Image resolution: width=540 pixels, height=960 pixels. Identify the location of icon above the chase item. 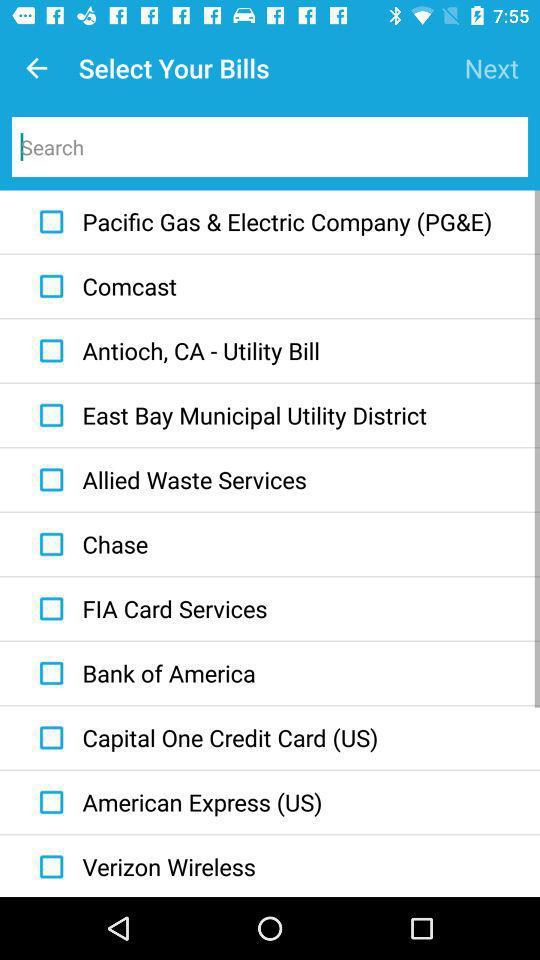
(167, 480).